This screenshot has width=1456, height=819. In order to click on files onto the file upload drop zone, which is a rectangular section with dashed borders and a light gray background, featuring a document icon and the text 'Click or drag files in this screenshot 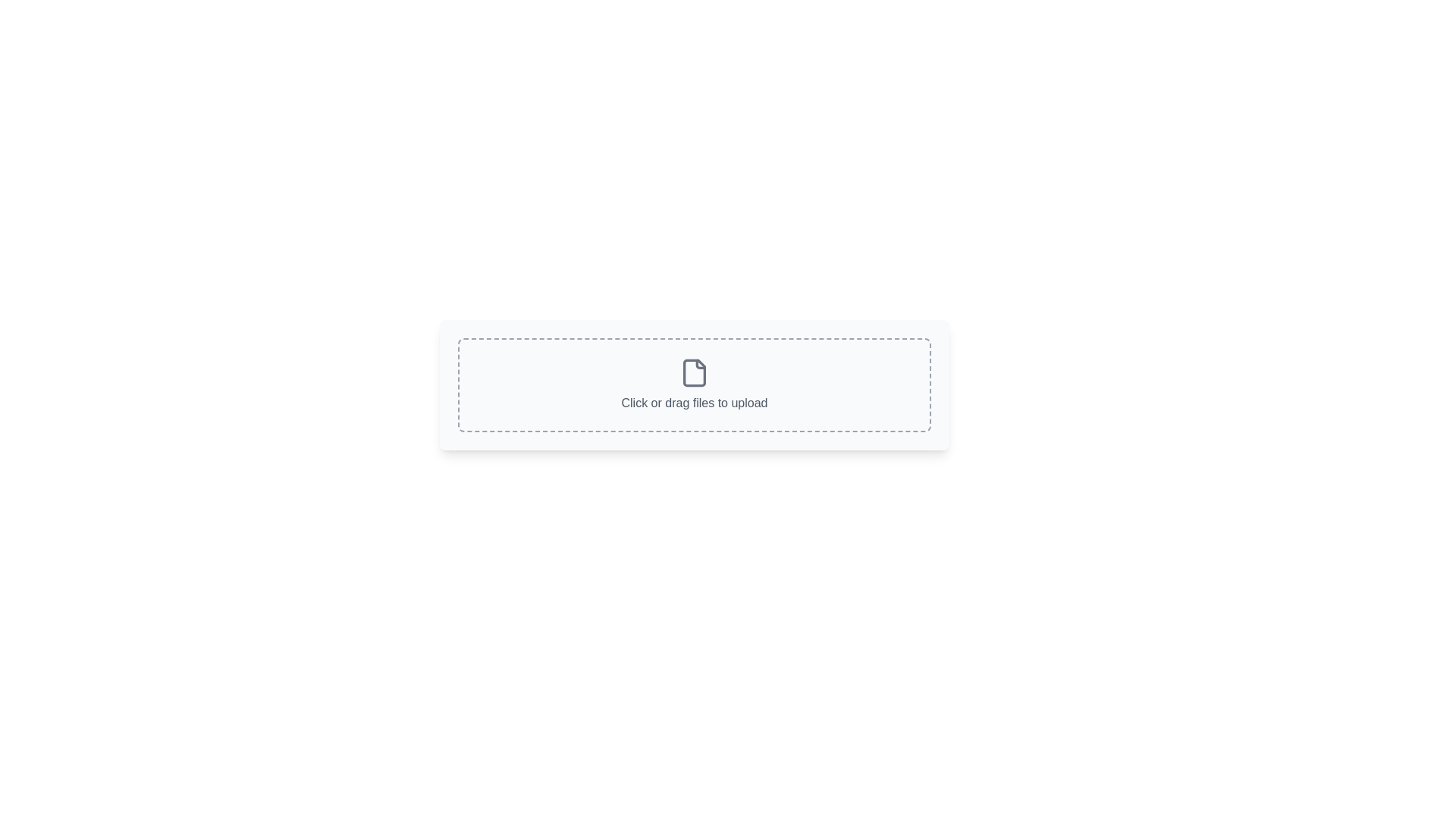, I will do `click(694, 384)`.